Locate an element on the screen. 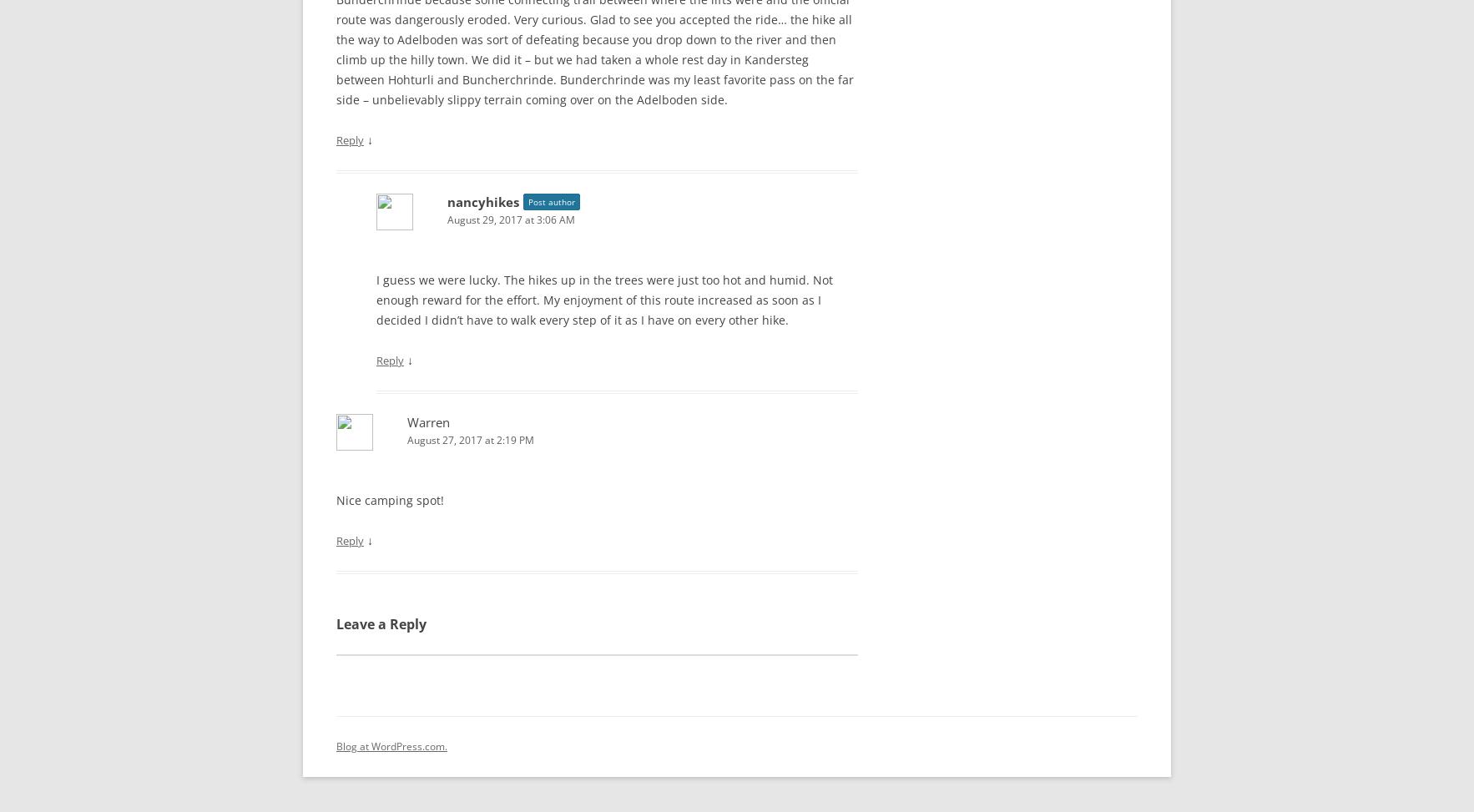  'Leave a Reply' is located at coordinates (336, 619).